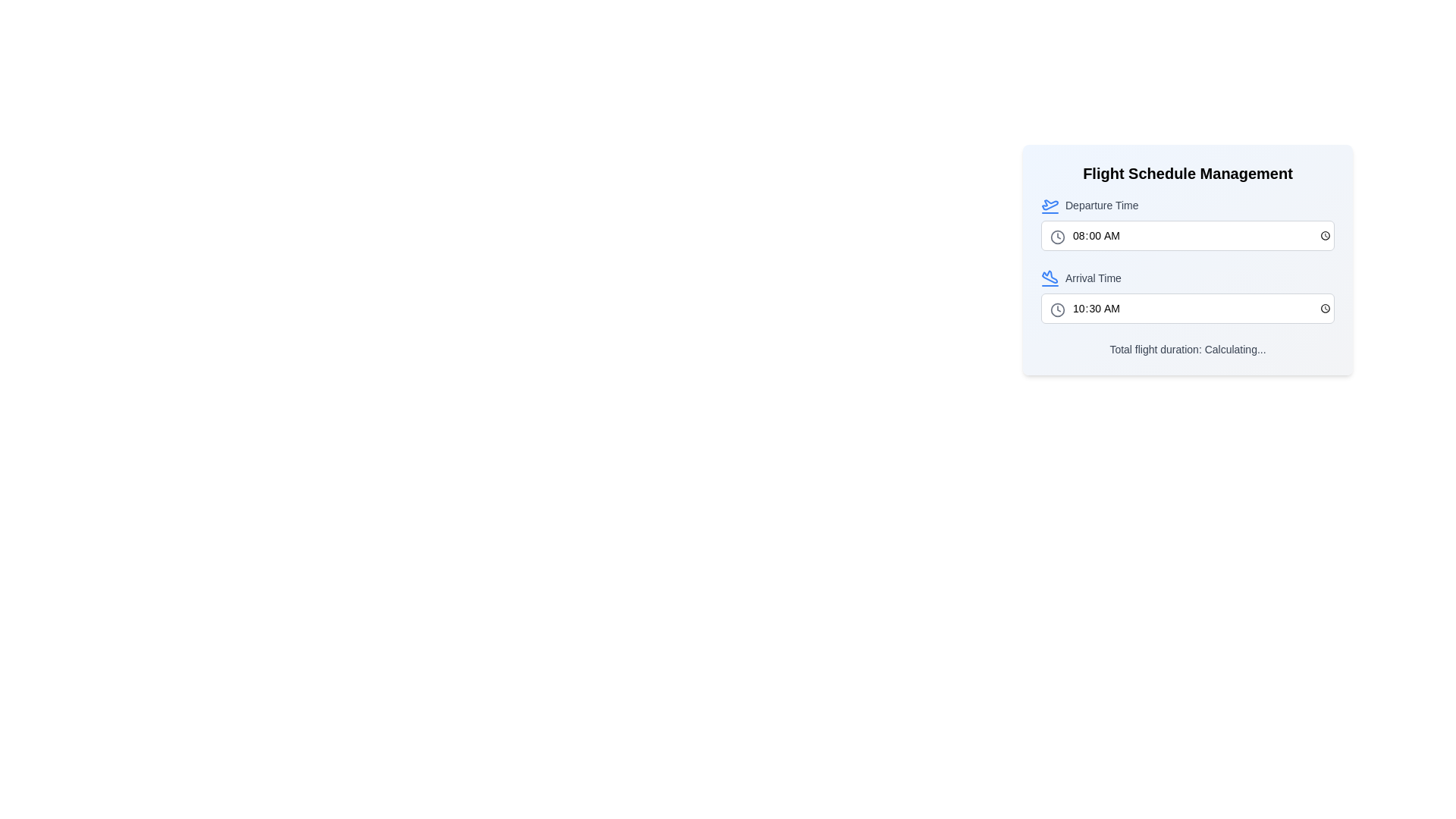 The image size is (1456, 819). Describe the element at coordinates (1050, 278) in the screenshot. I see `the blue airplane landing icon that is located to the left of the 'Arrival Time' text` at that location.